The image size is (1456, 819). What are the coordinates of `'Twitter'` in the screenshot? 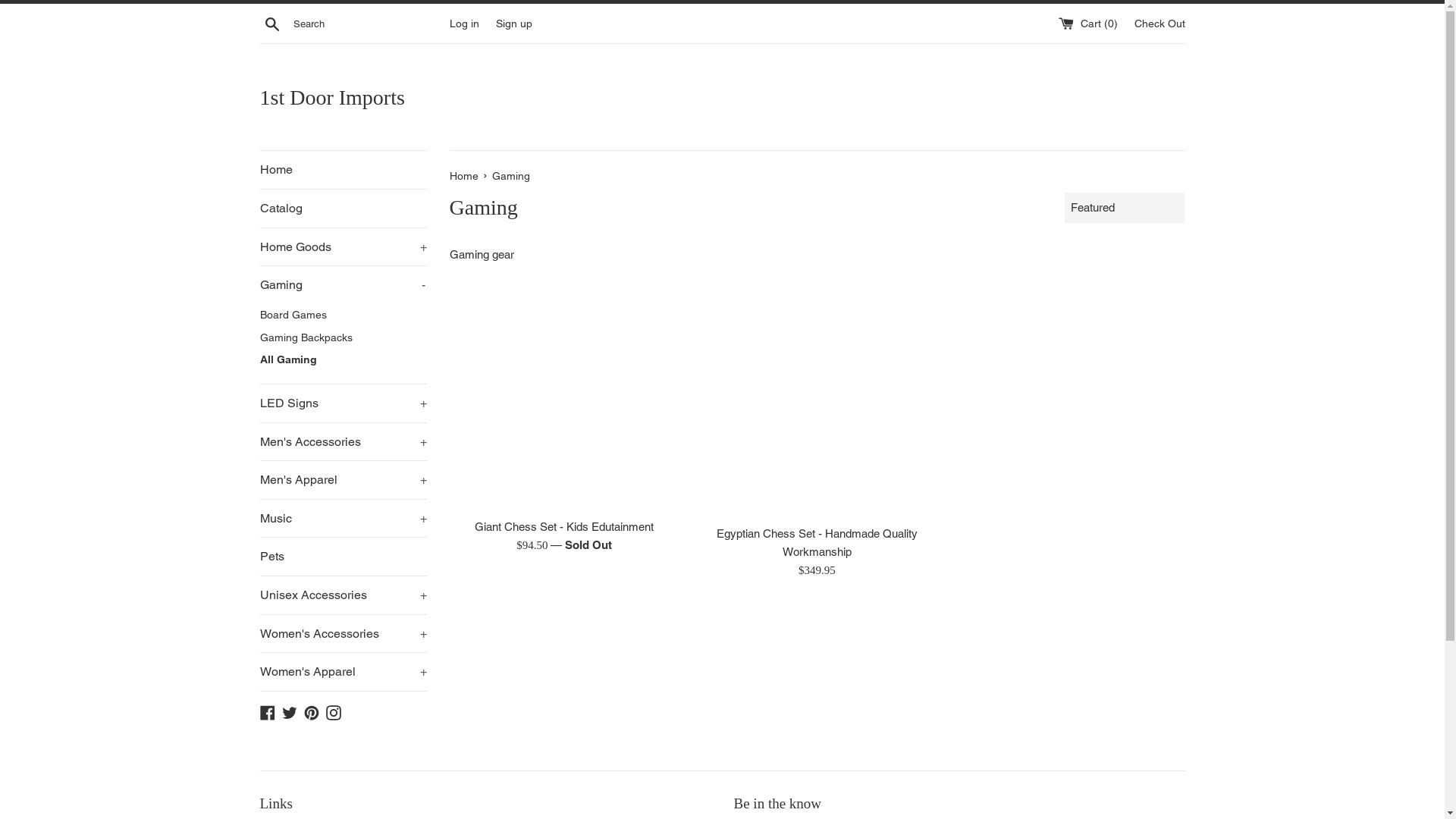 It's located at (290, 711).